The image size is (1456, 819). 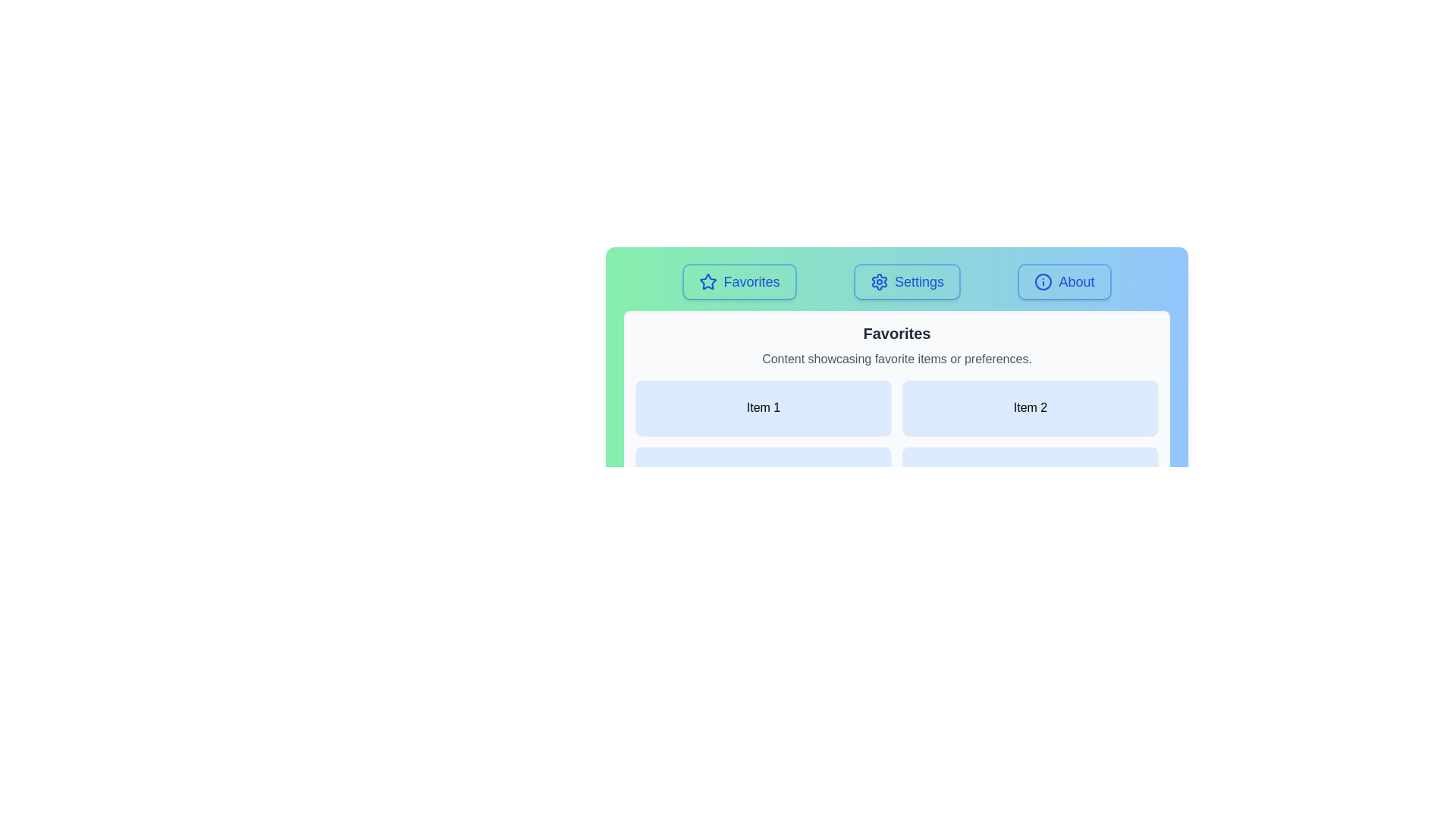 I want to click on the About tab by clicking on its button, so click(x=1063, y=281).